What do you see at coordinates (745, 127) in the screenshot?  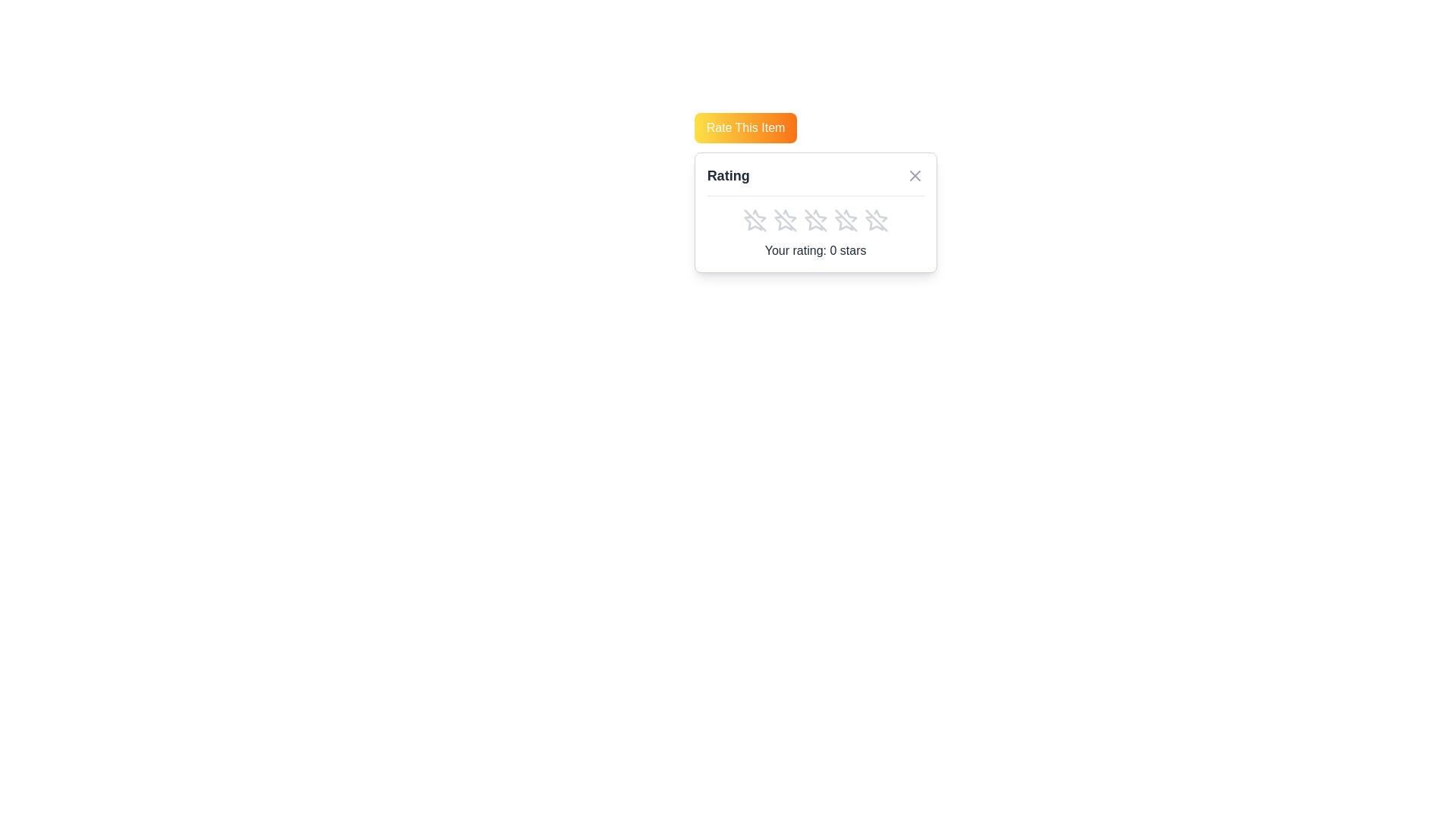 I see `the 'Rate This Item' button, which is a rectangular button with rounded corners, featuring a gradient from yellow to orange and centered white text` at bounding box center [745, 127].